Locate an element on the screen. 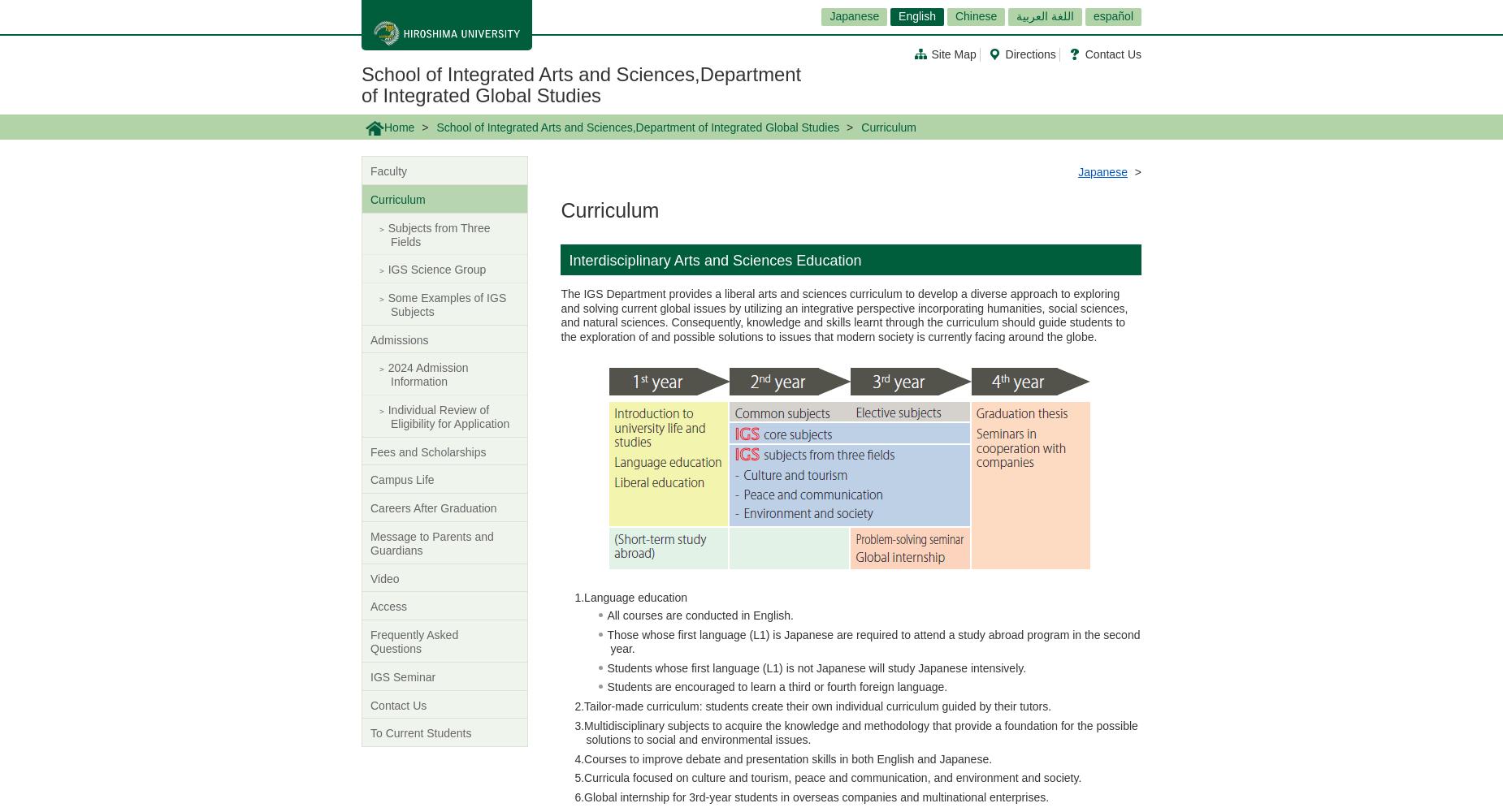 Image resolution: width=1503 pixels, height=812 pixels. 'Students whose first language (L1) is not Japanese will study Japanese intensively.' is located at coordinates (815, 667).